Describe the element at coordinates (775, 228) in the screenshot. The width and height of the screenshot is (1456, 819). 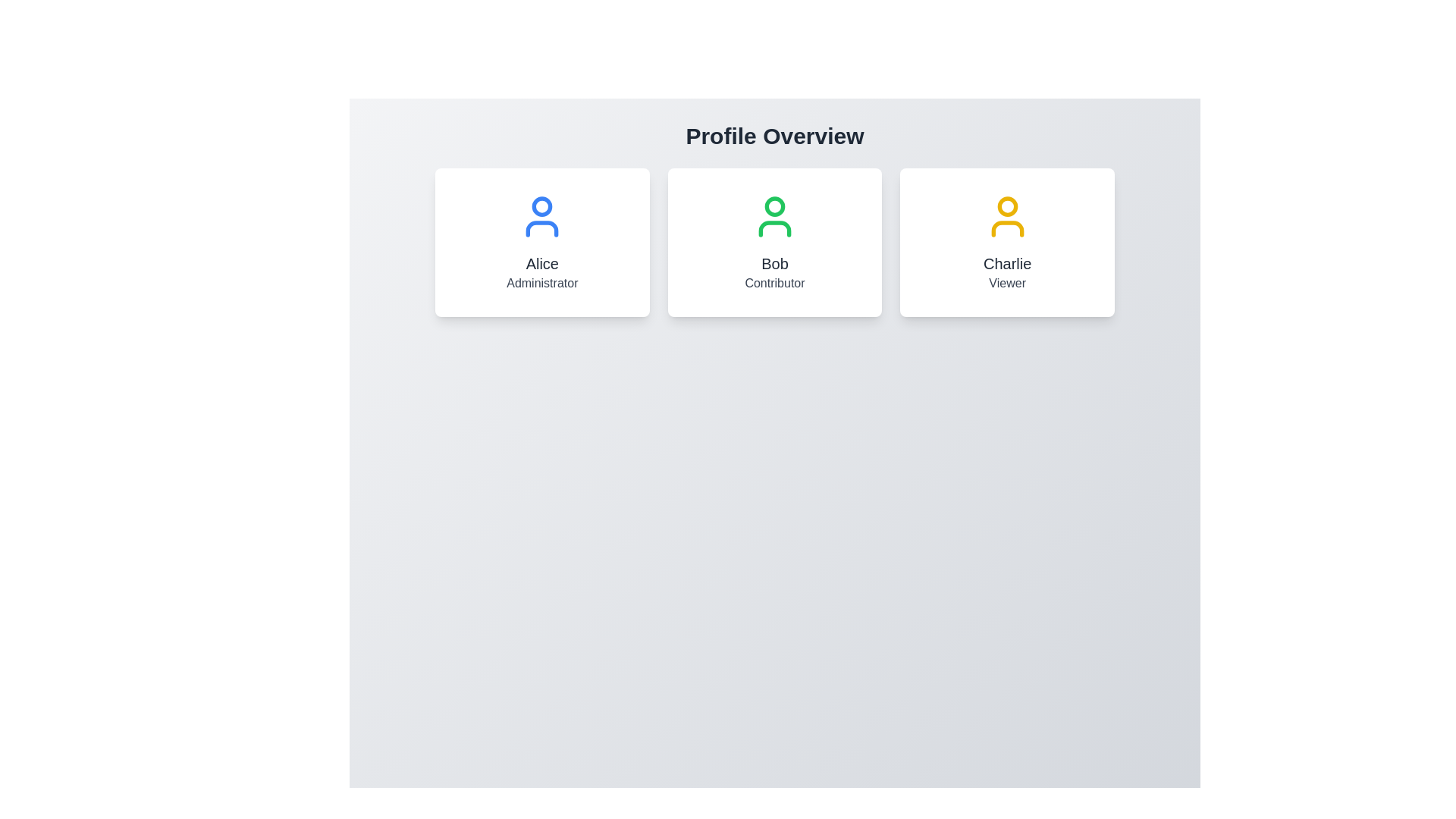
I see `the lower part of the user icon representing 'Bob' in the second card of the grid layout` at that location.